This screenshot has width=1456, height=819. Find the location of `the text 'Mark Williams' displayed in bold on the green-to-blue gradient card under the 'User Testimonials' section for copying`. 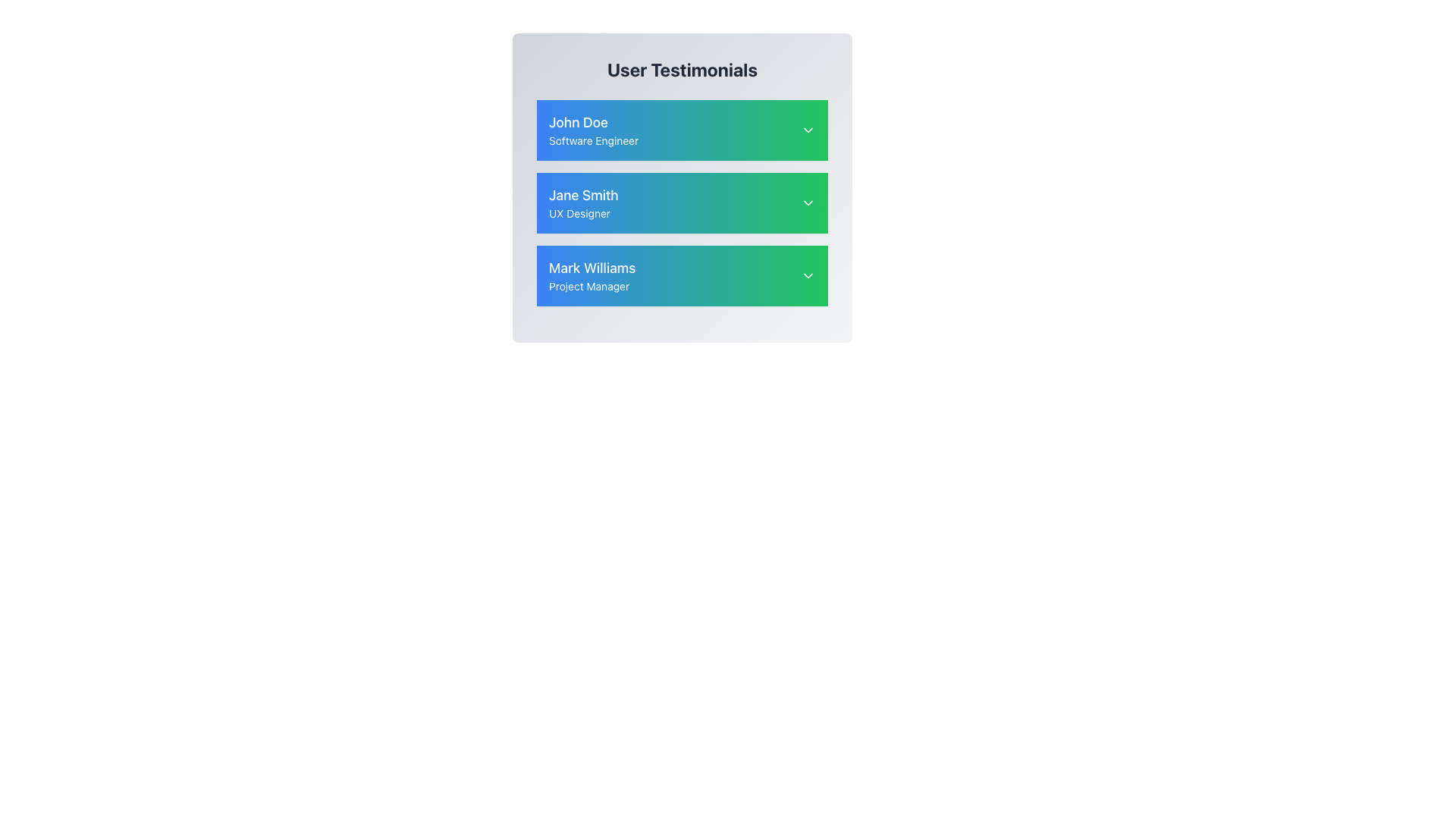

the text 'Mark Williams' displayed in bold on the green-to-blue gradient card under the 'User Testimonials' section for copying is located at coordinates (591, 268).